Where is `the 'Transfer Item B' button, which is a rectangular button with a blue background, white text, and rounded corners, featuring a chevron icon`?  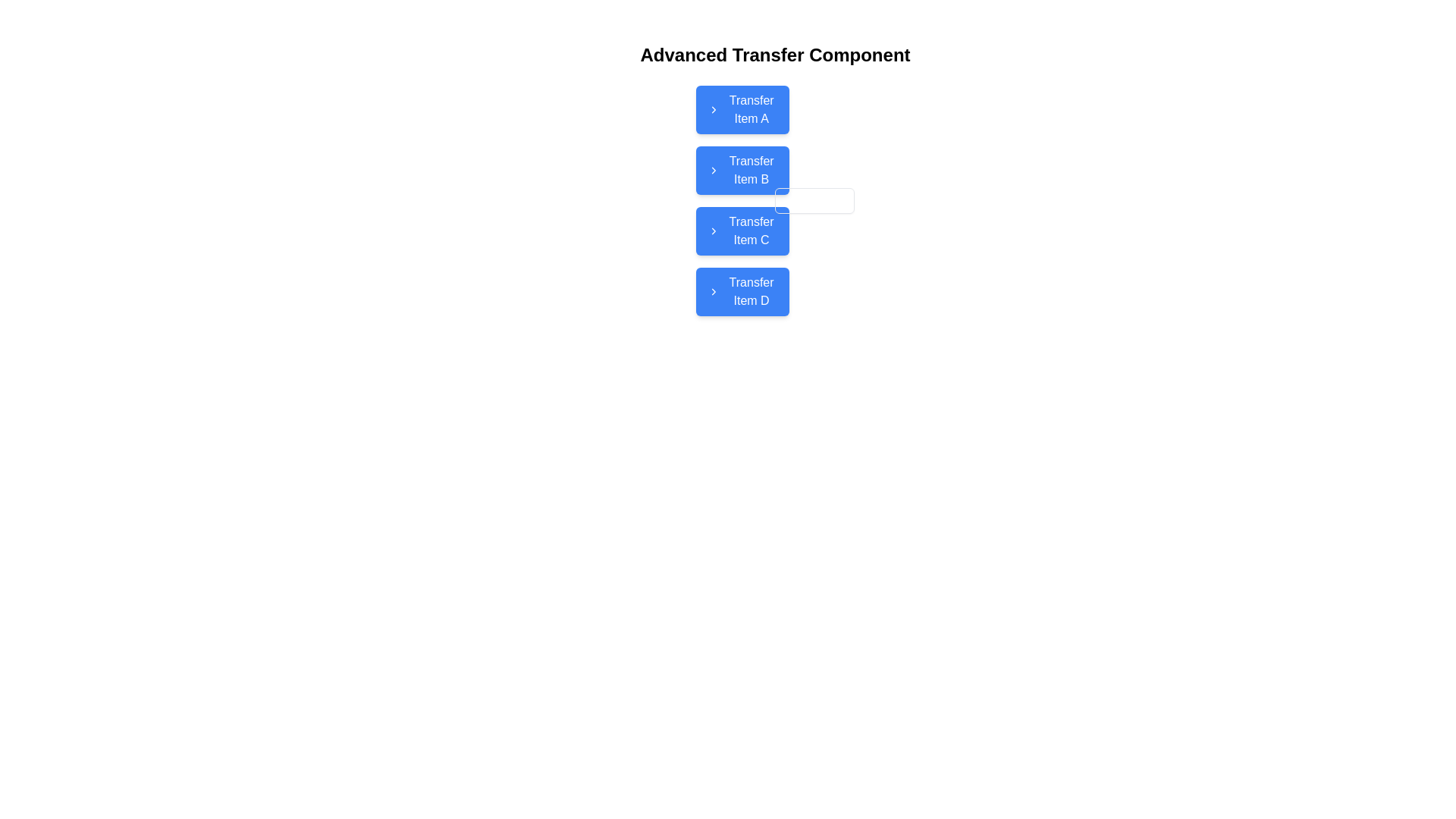 the 'Transfer Item B' button, which is a rectangular button with a blue background, white text, and rounded corners, featuring a chevron icon is located at coordinates (775, 200).